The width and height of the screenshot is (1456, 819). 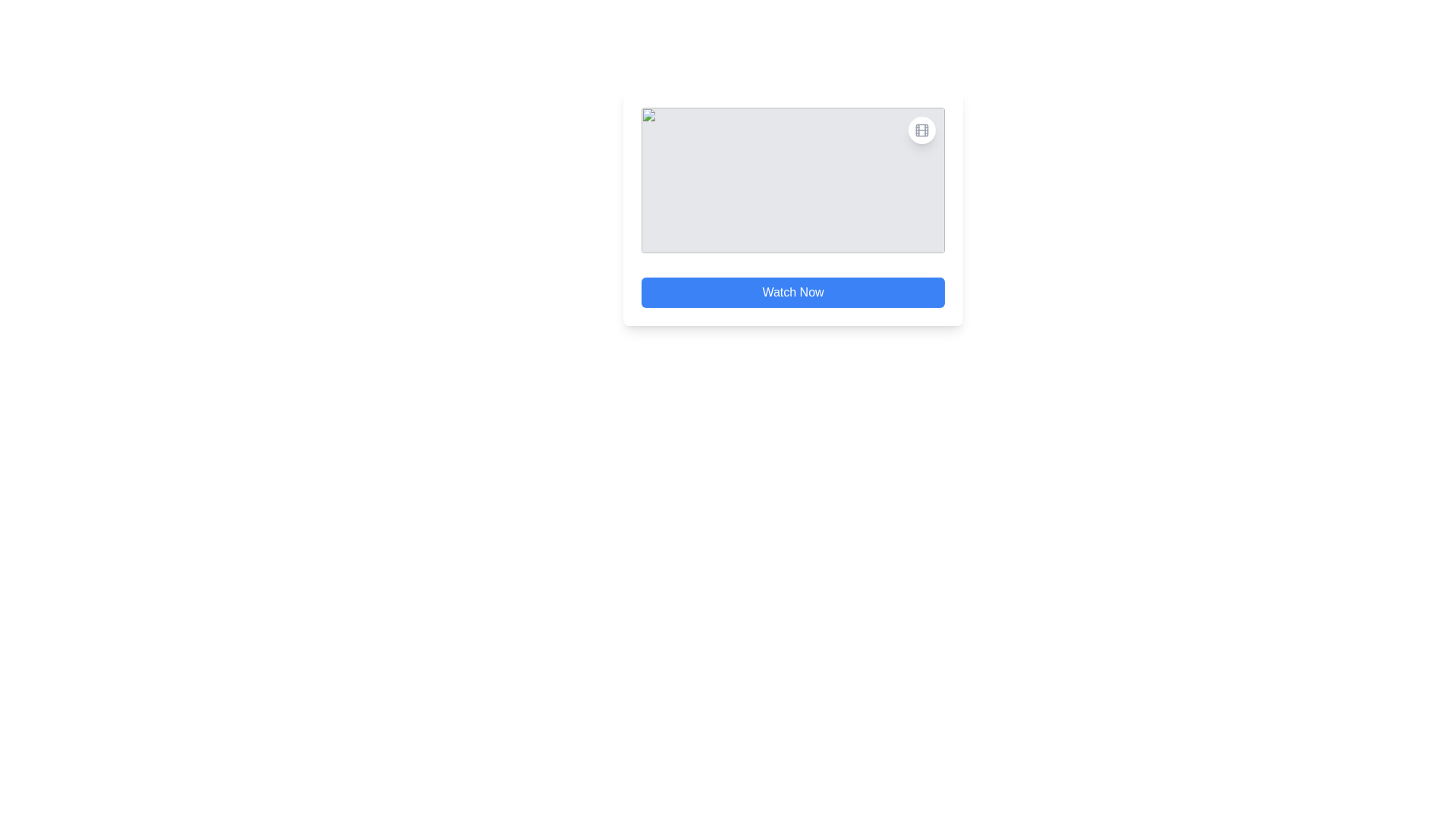 What do you see at coordinates (921, 130) in the screenshot?
I see `the film reel icon located in the top-right corner of the card to trigger a tooltip or highlight effect` at bounding box center [921, 130].